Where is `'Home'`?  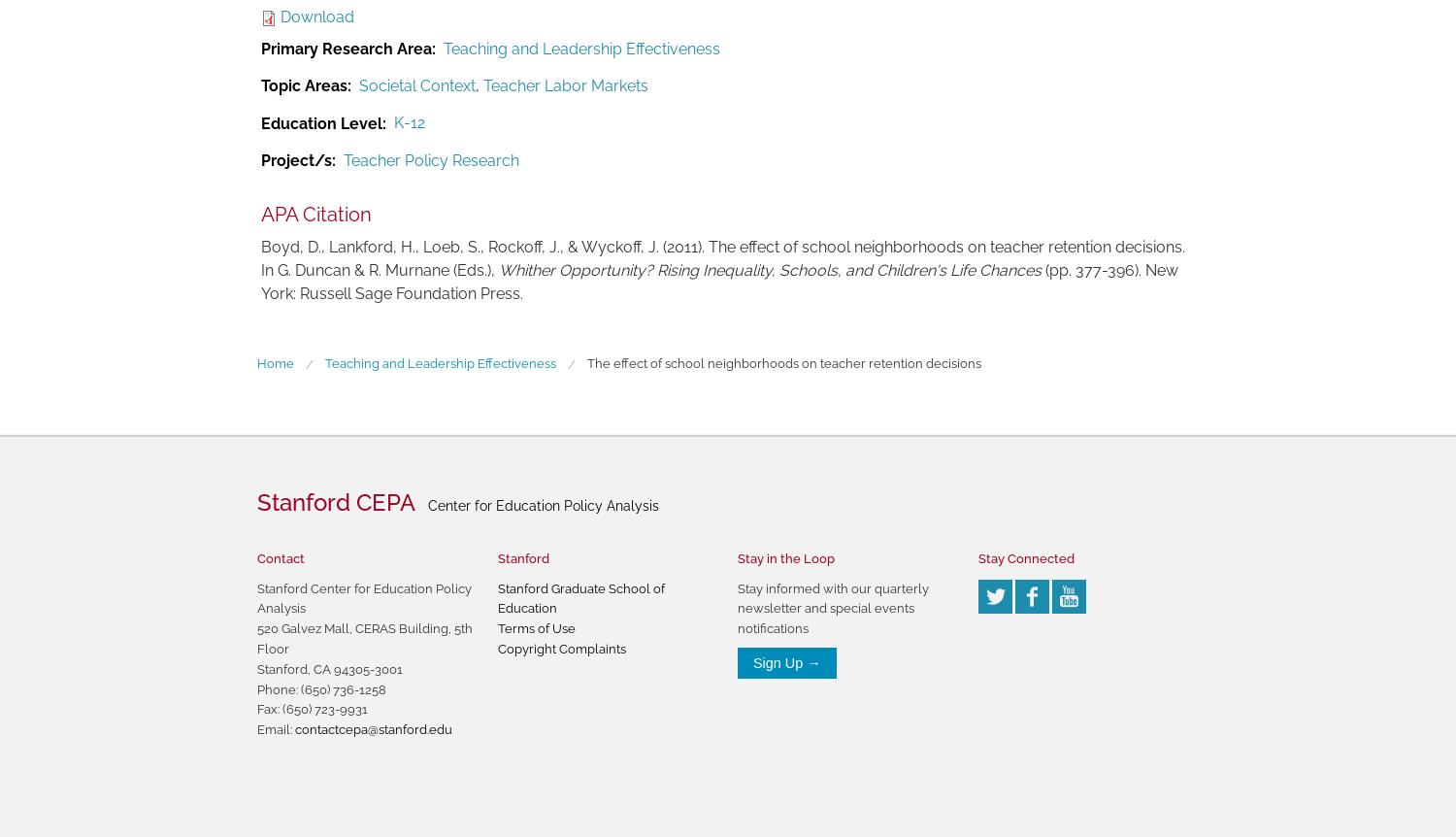
'Home' is located at coordinates (275, 361).